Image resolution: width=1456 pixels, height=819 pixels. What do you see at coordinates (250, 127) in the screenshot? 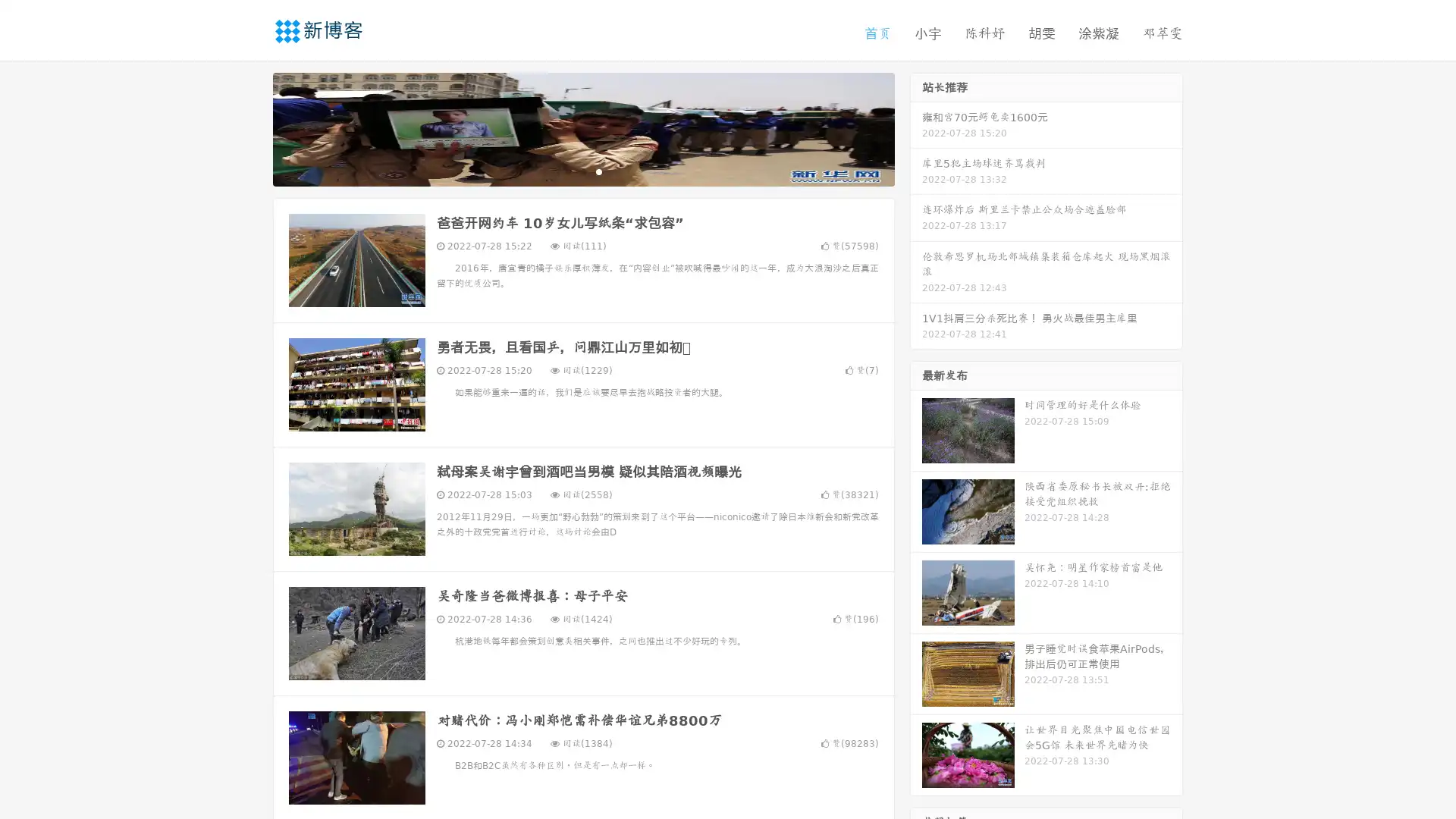
I see `Previous slide` at bounding box center [250, 127].